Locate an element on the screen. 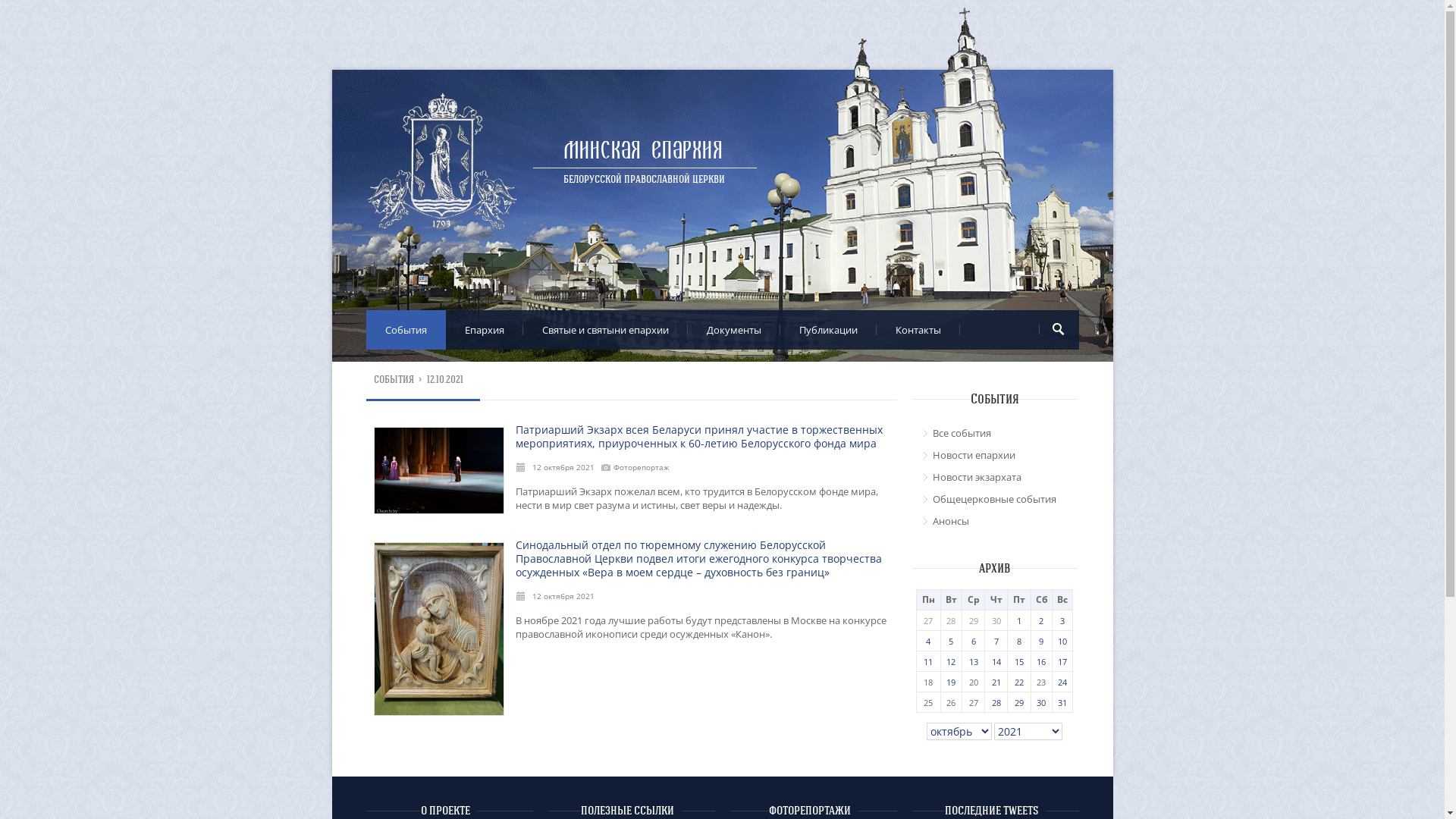 Image resolution: width=1456 pixels, height=819 pixels. '1' is located at coordinates (1019, 620).